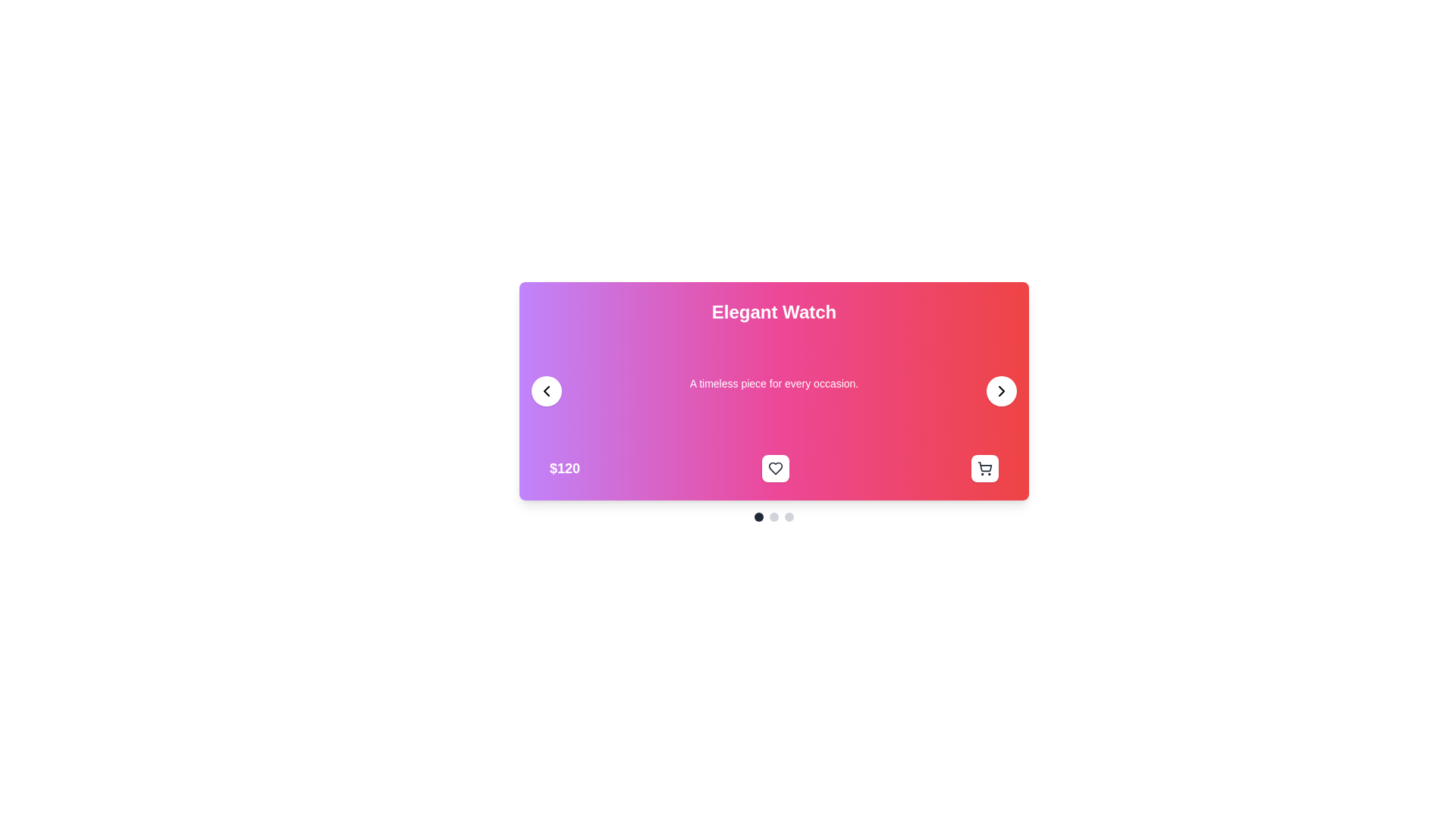  What do you see at coordinates (775, 467) in the screenshot?
I see `the heart-shaped outline icon to mark the item as favorite, which is located at the bottom-center of the card UI component` at bounding box center [775, 467].